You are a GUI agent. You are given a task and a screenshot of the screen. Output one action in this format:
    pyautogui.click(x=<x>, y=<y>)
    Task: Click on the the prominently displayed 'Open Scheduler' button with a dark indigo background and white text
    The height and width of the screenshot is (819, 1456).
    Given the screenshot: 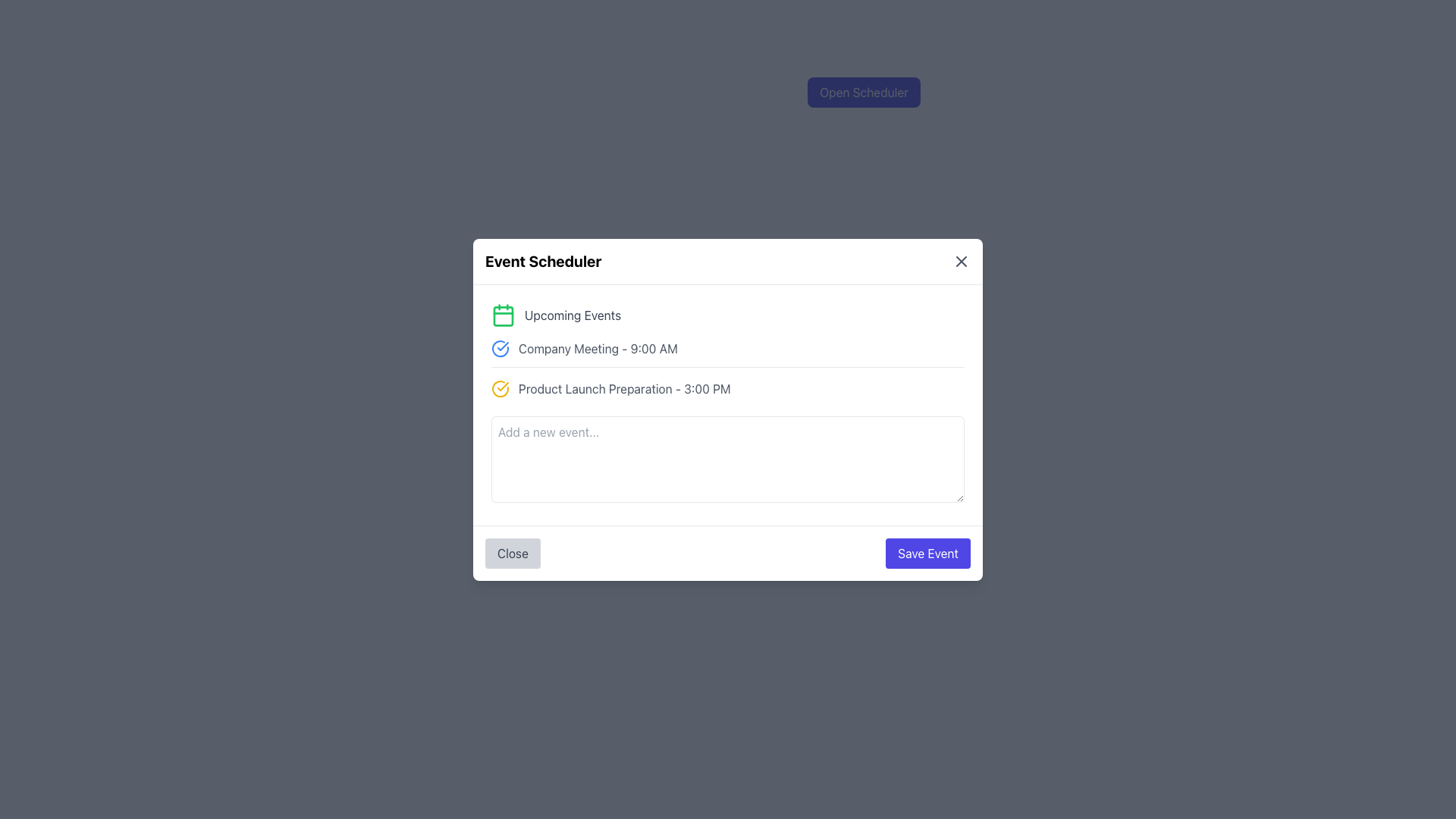 What is the action you would take?
    pyautogui.click(x=864, y=93)
    